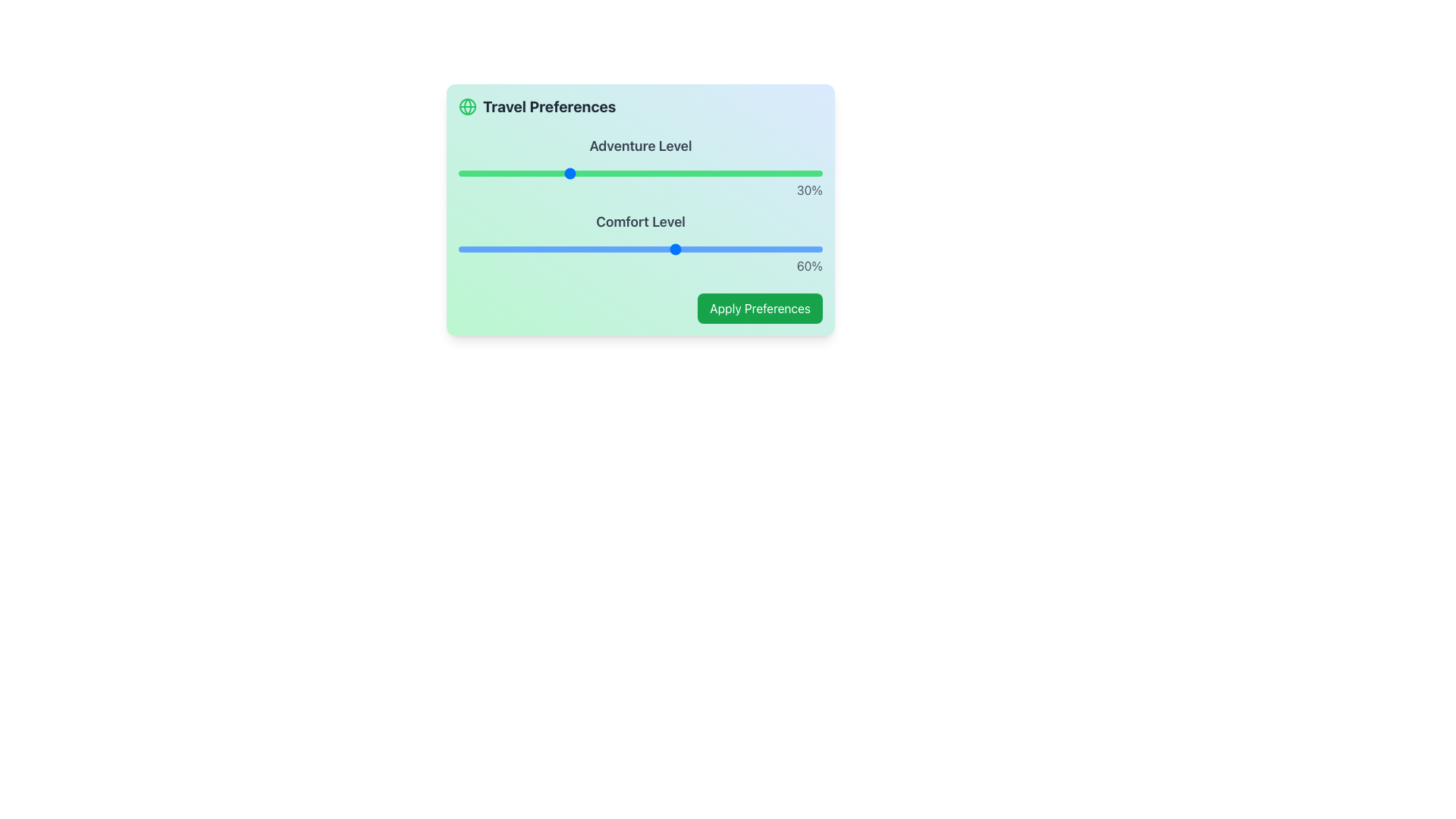  I want to click on the Range Slider to set a value for 'Adventure Level' located between the text 'Adventure Level' and '30%', so click(640, 172).